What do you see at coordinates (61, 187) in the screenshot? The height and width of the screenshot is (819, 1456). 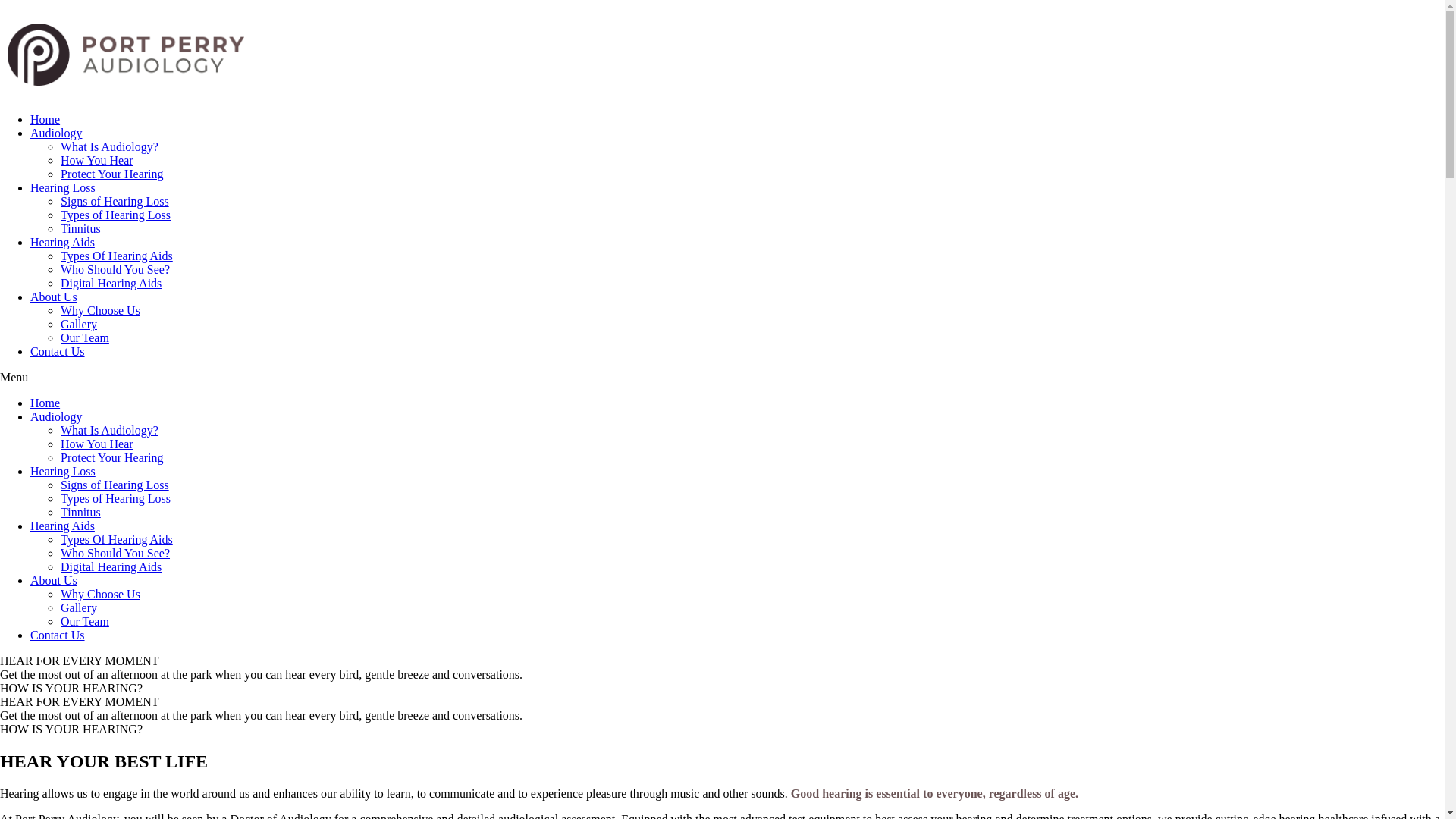 I see `'Hearing Loss'` at bounding box center [61, 187].